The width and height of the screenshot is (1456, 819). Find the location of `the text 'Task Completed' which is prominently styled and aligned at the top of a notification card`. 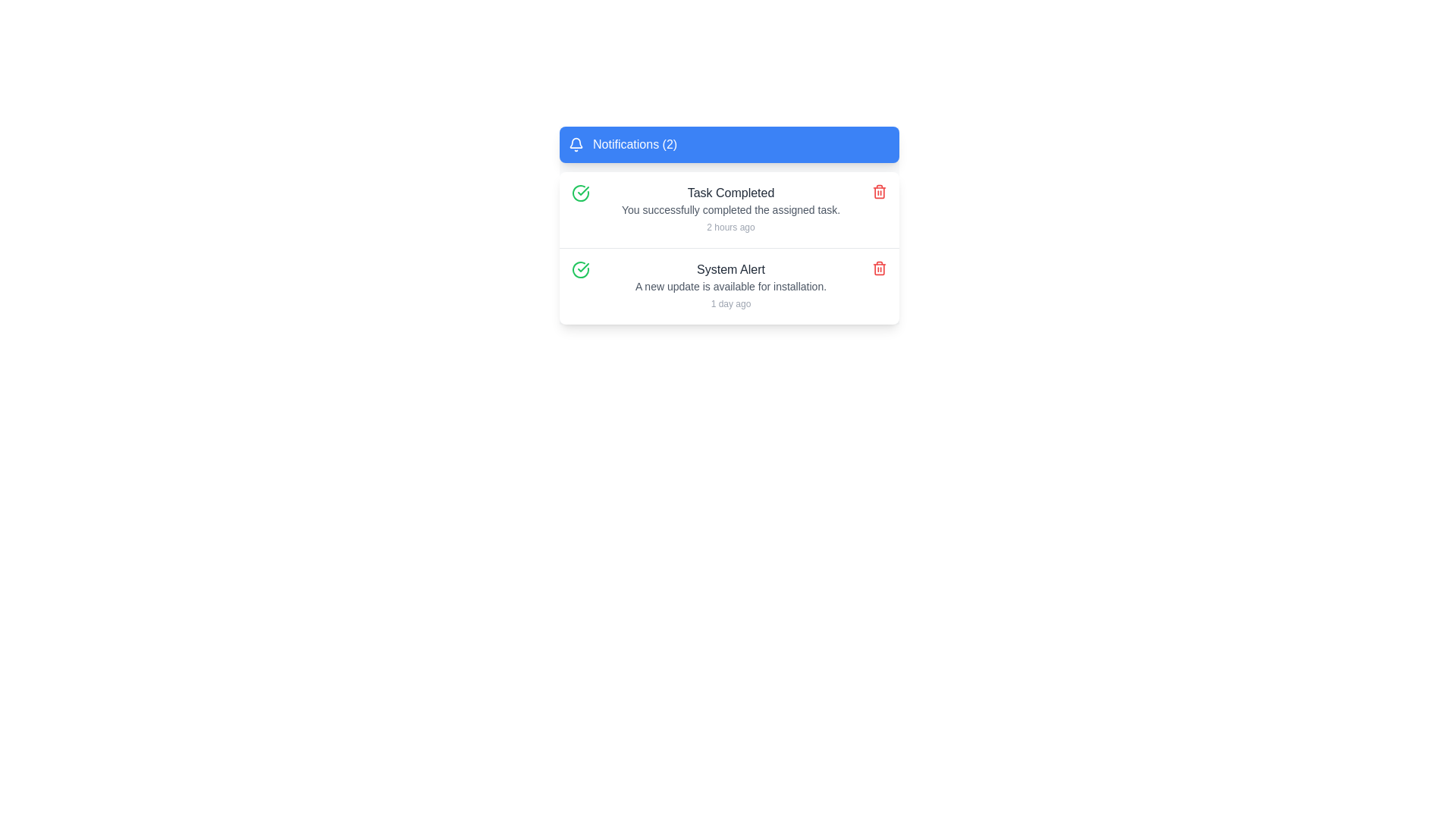

the text 'Task Completed' which is prominently styled and aligned at the top of a notification card is located at coordinates (731, 192).